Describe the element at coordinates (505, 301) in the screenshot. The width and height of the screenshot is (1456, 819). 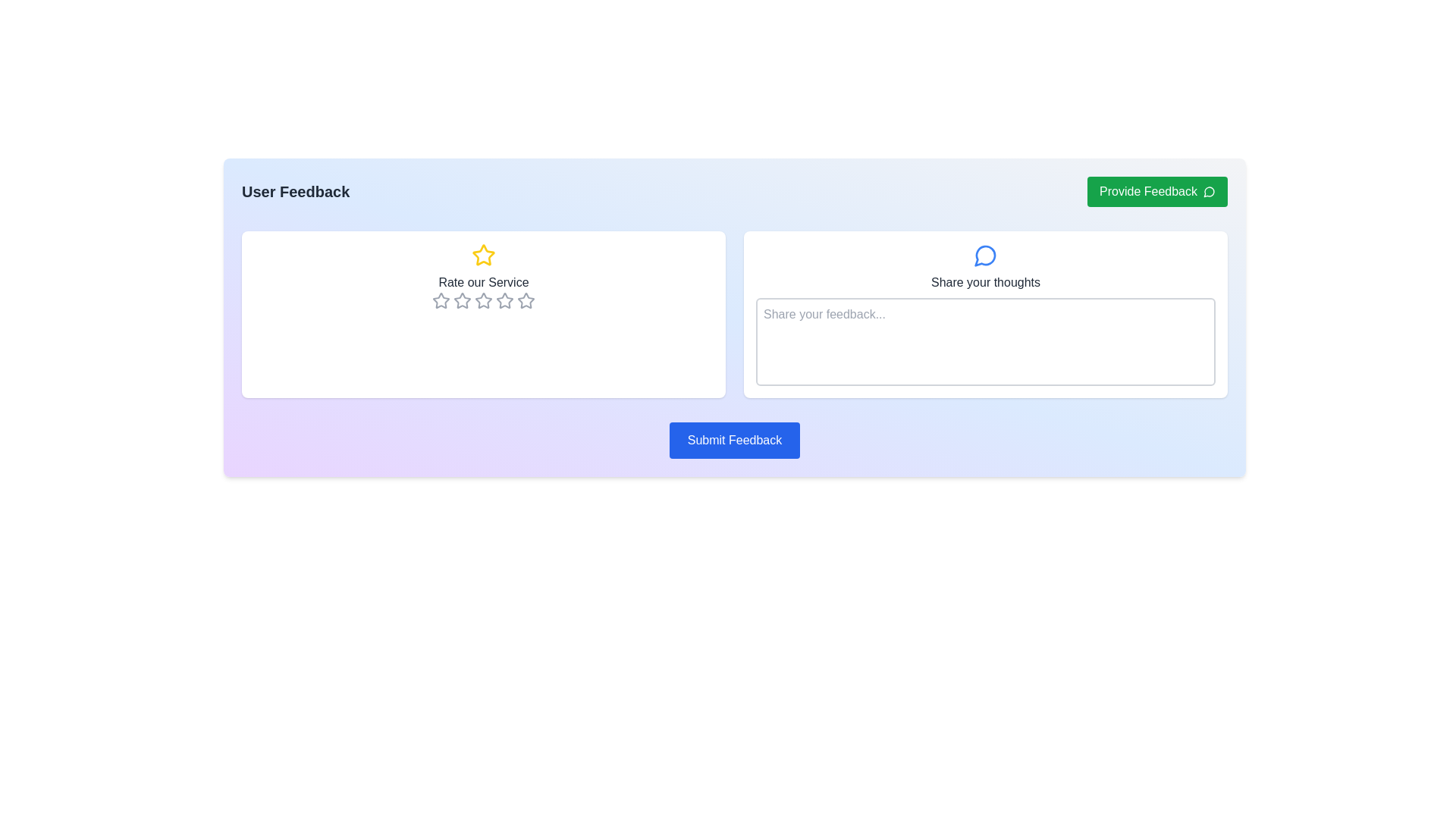
I see `the fourth star-shaped icon button in the feedback section` at that location.